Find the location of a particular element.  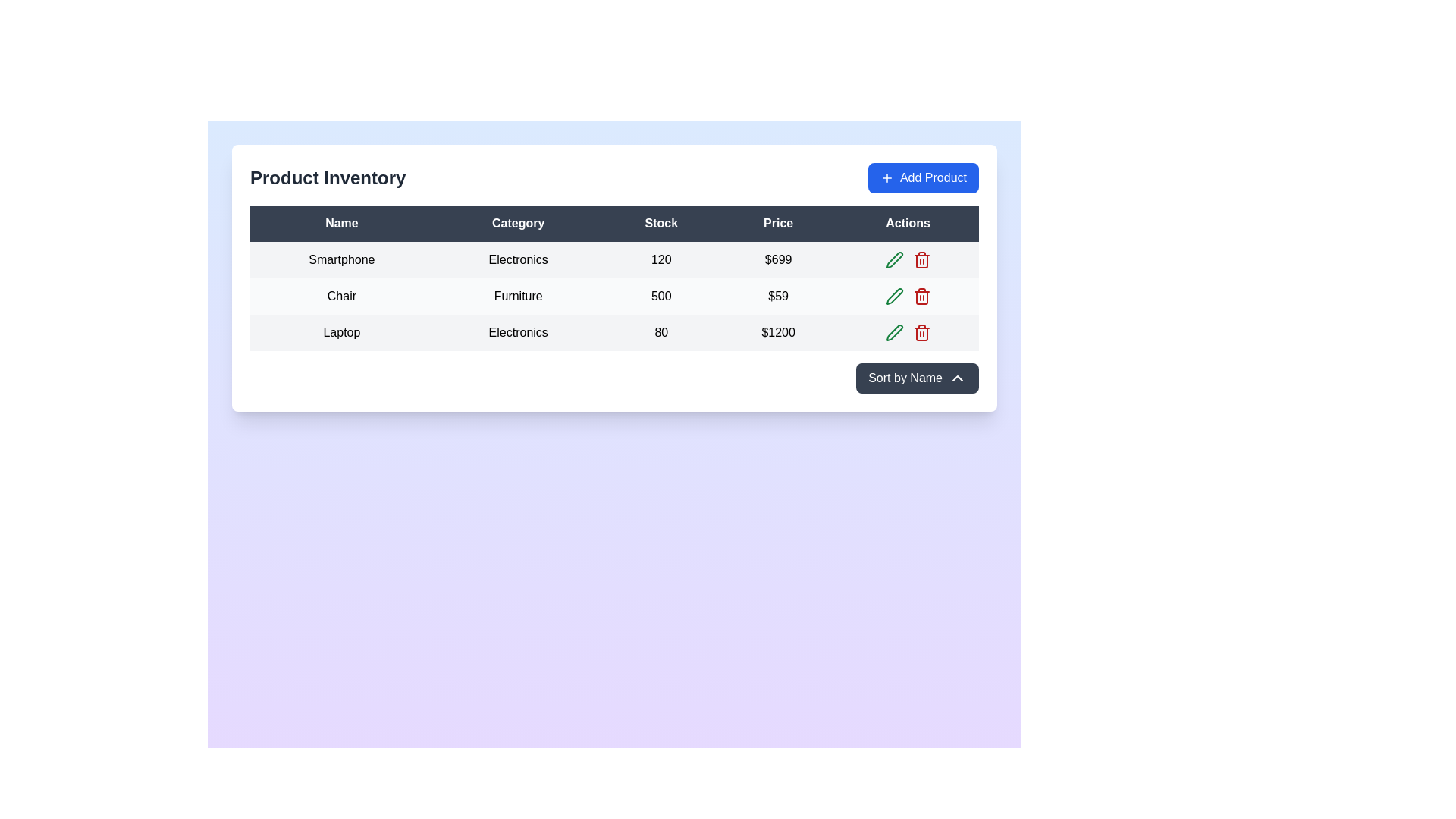

text of the first header cell in the table, which displays 'Name' in white on a dark background is located at coordinates (341, 223).